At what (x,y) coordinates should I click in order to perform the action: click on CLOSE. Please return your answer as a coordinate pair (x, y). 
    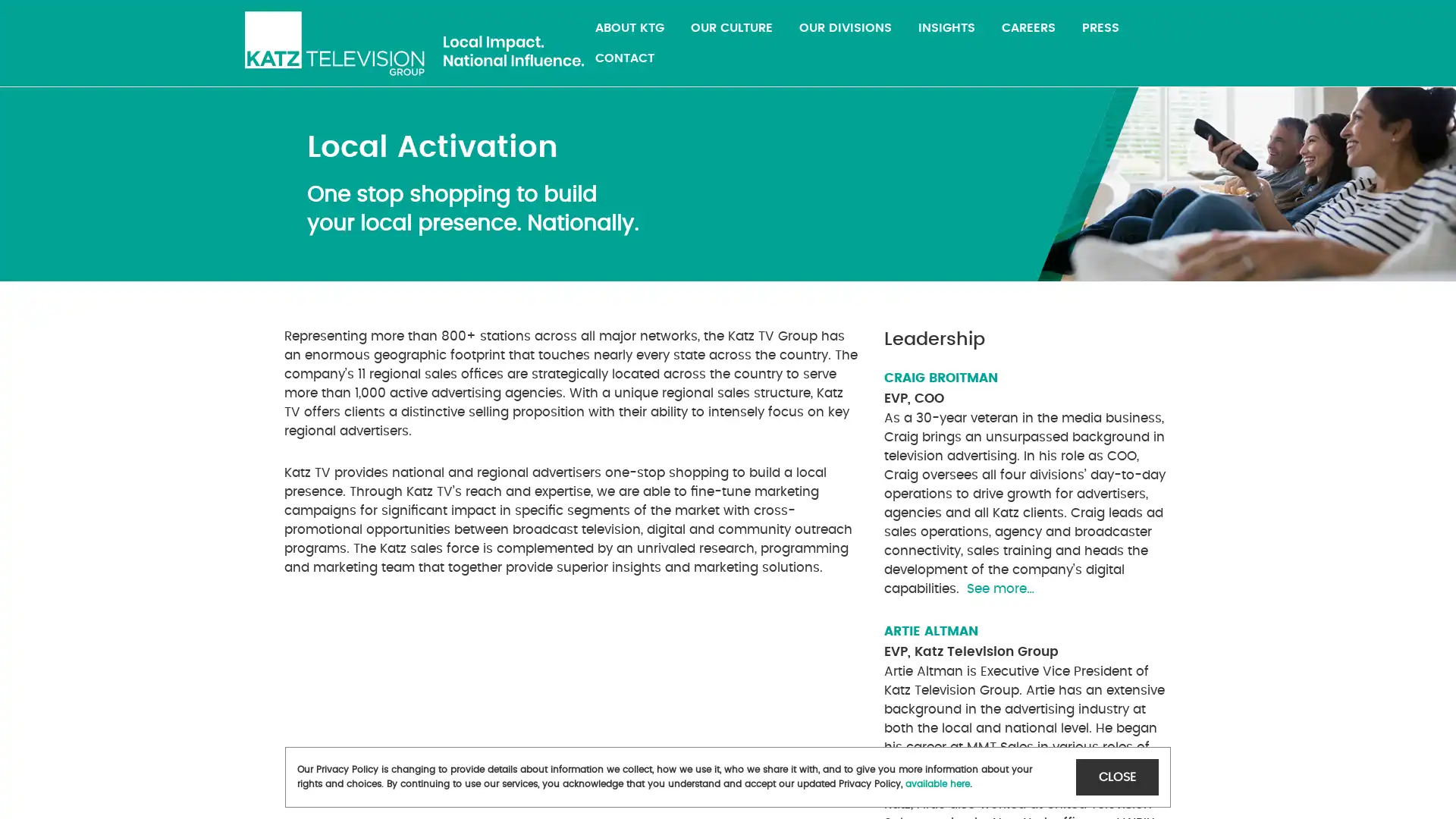
    Looking at the image, I should click on (1117, 777).